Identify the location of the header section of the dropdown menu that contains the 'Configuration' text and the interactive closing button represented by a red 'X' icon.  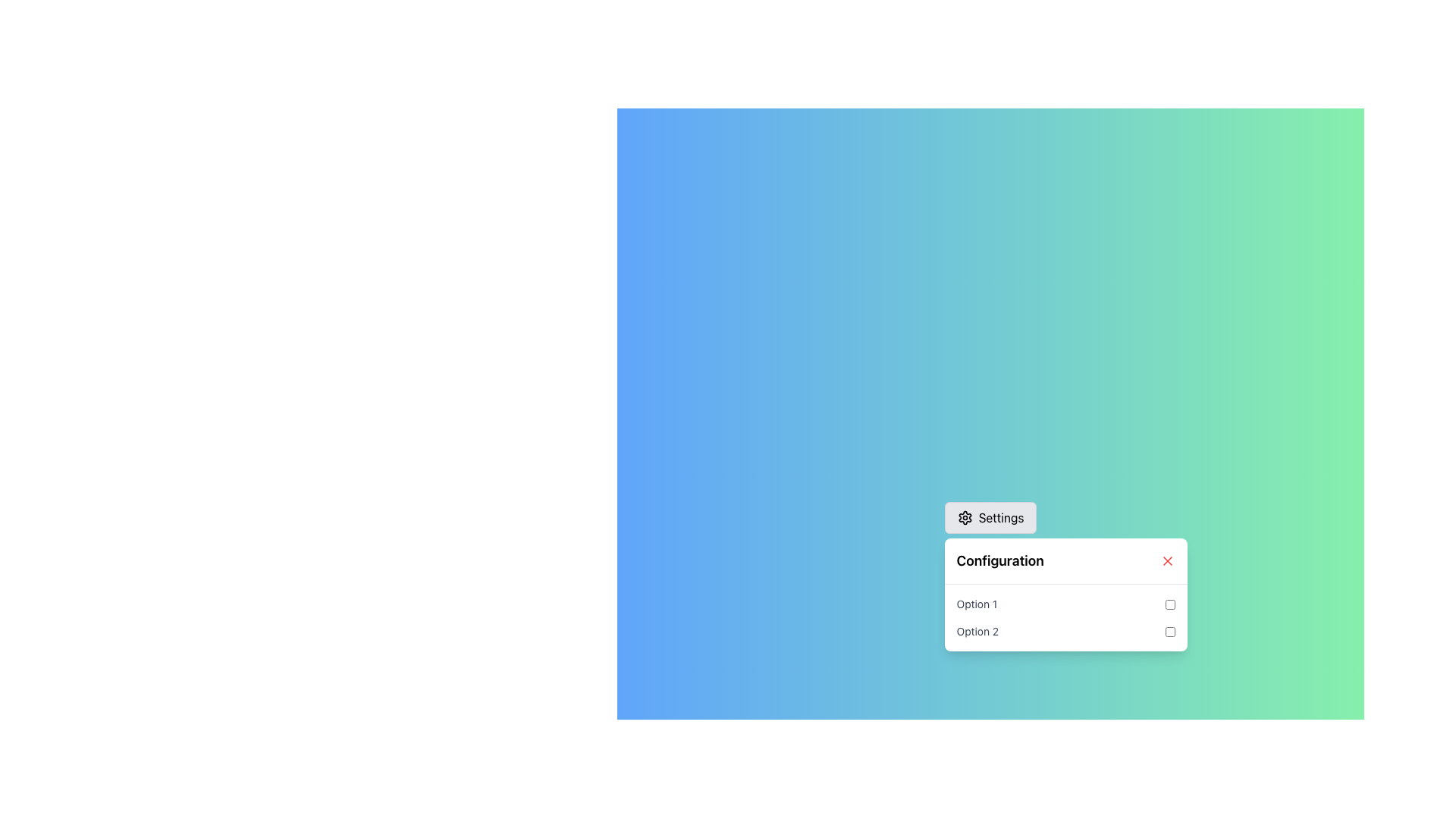
(1065, 561).